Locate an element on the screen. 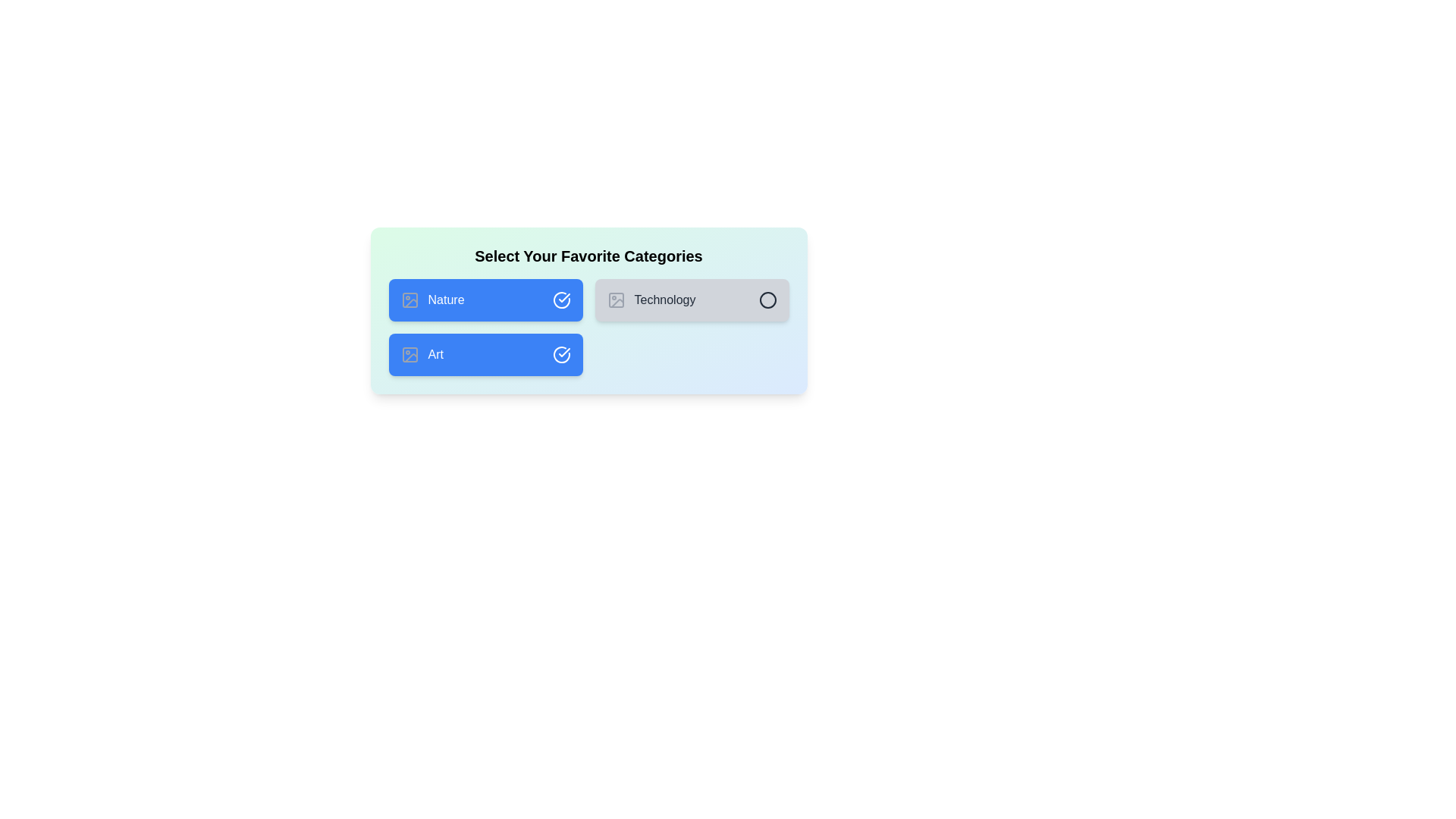  the category Art to observe the hover effect is located at coordinates (485, 354).